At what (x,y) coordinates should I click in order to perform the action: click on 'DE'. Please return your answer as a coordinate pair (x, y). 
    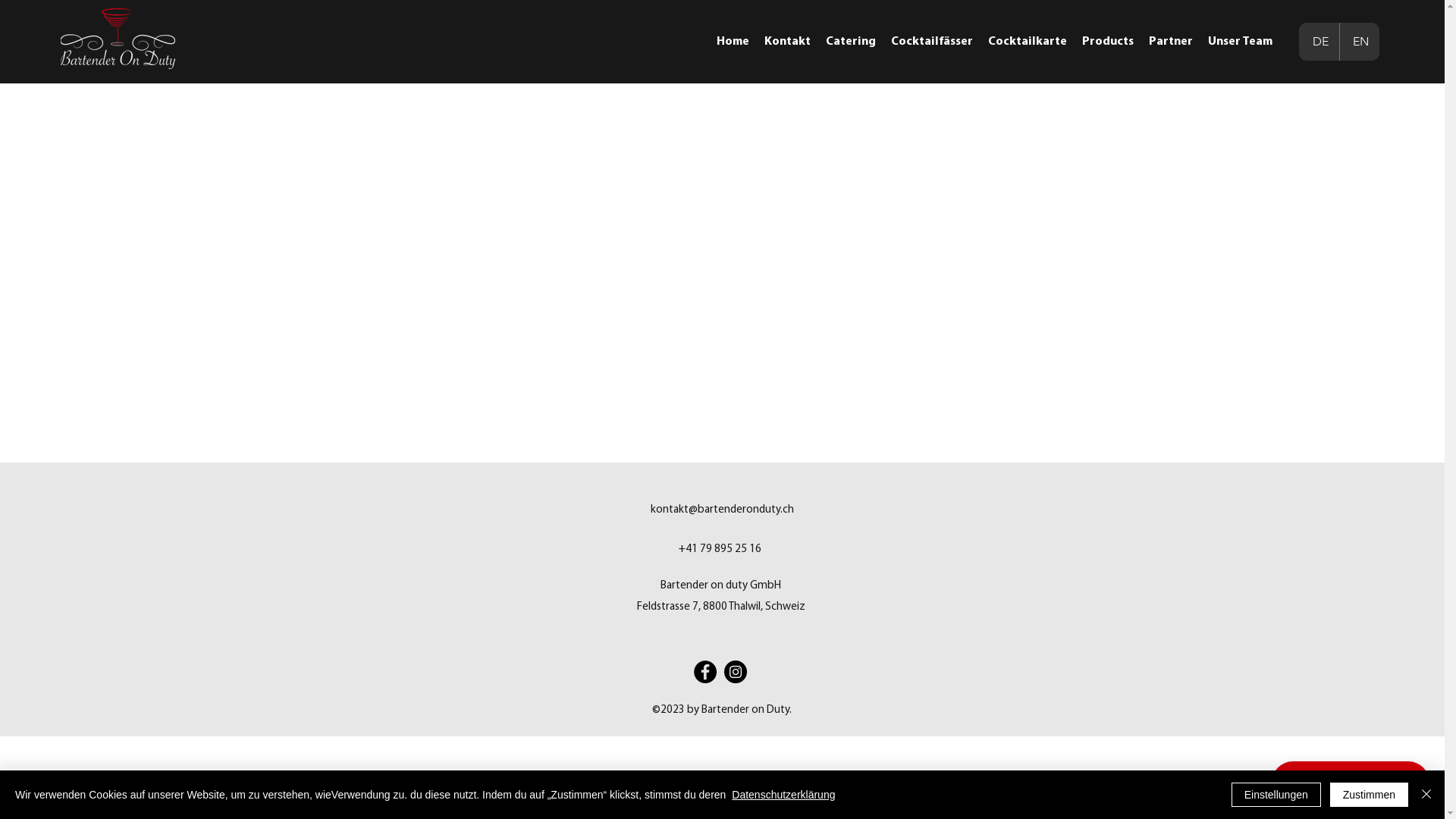
    Looking at the image, I should click on (1298, 40).